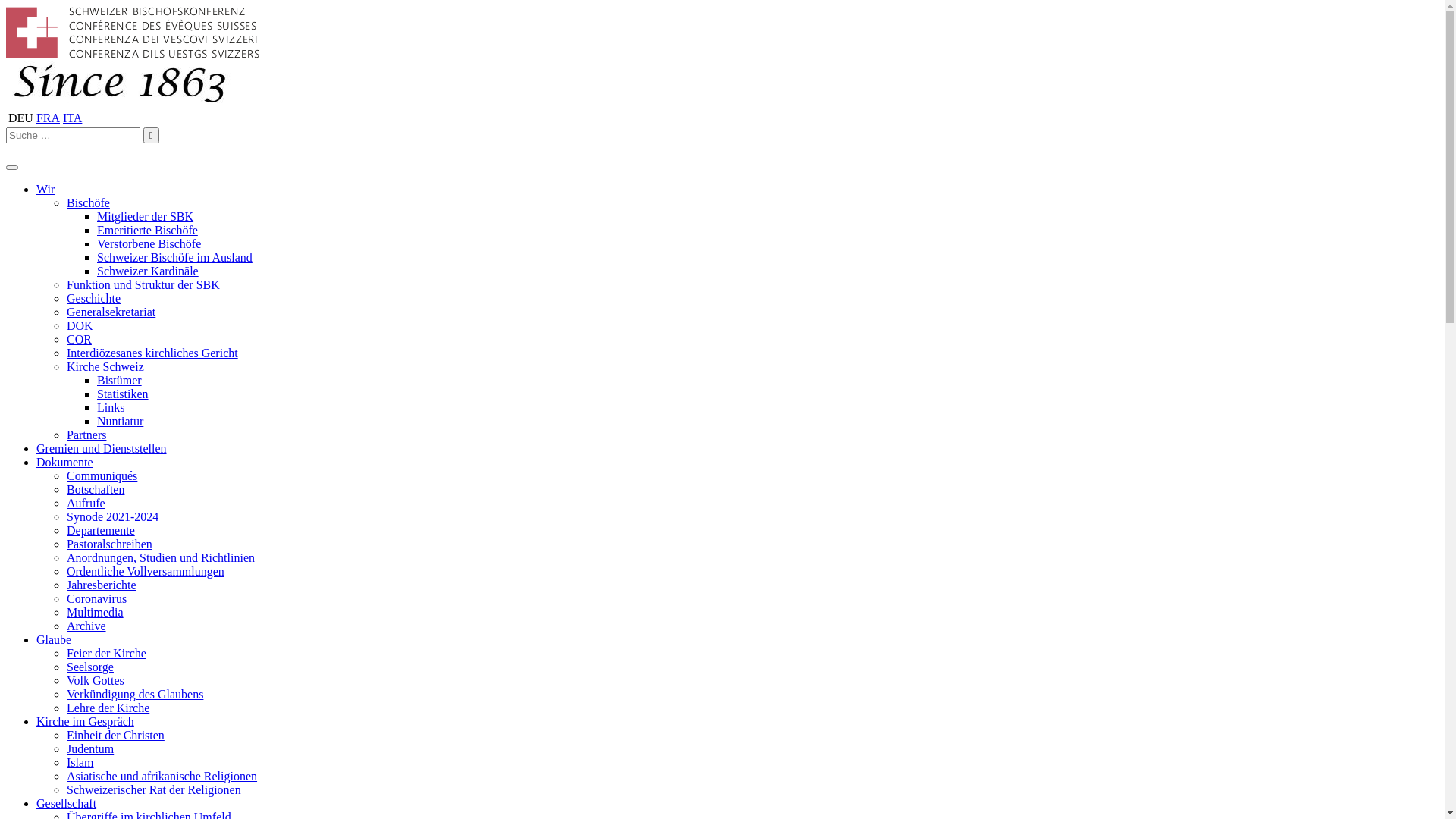 The image size is (1456, 819). Describe the element at coordinates (65, 311) in the screenshot. I see `'Generalsekretariat'` at that location.